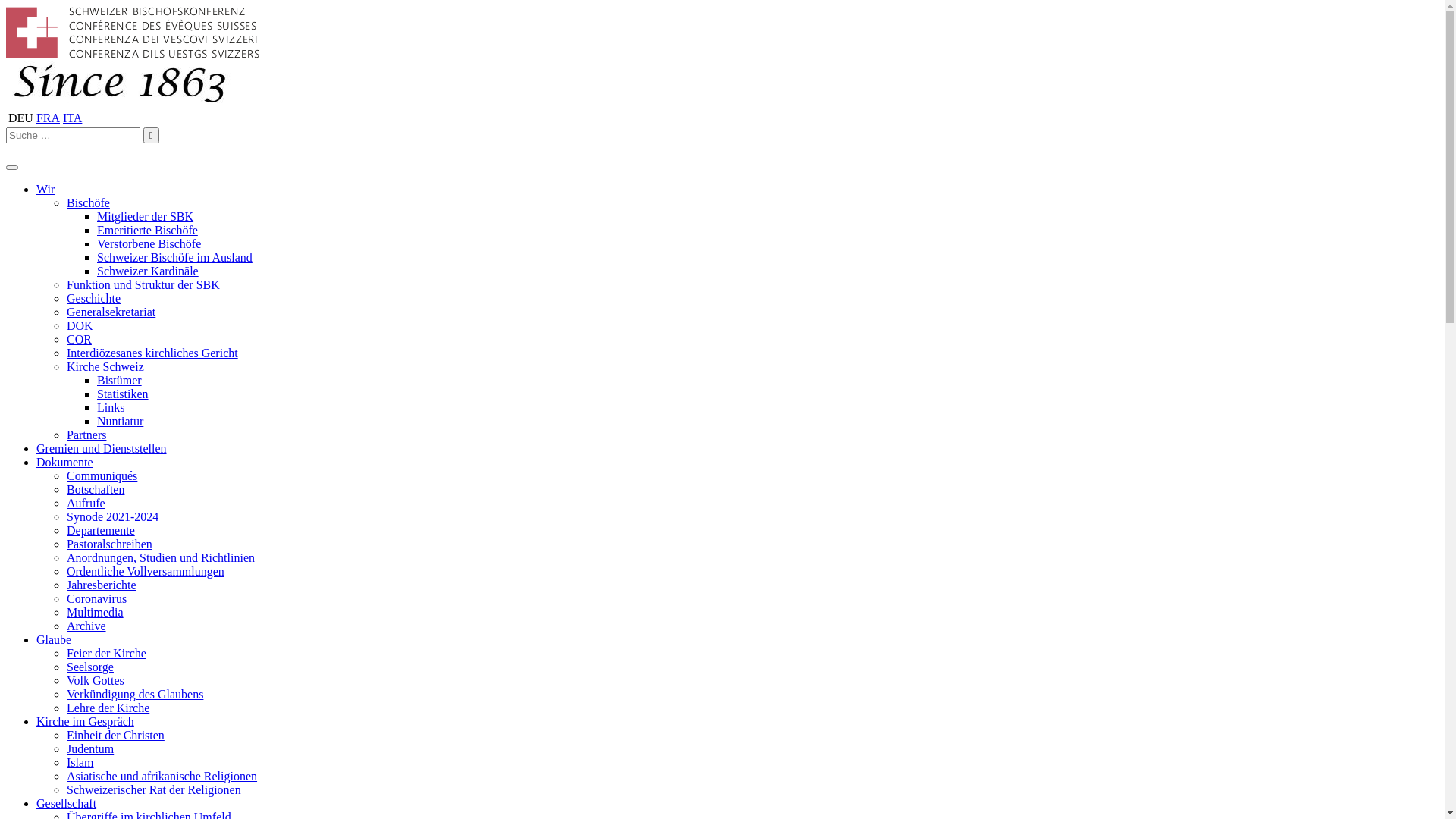 The image size is (1456, 819). Describe the element at coordinates (65, 311) in the screenshot. I see `'Generalsekretariat'` at that location.